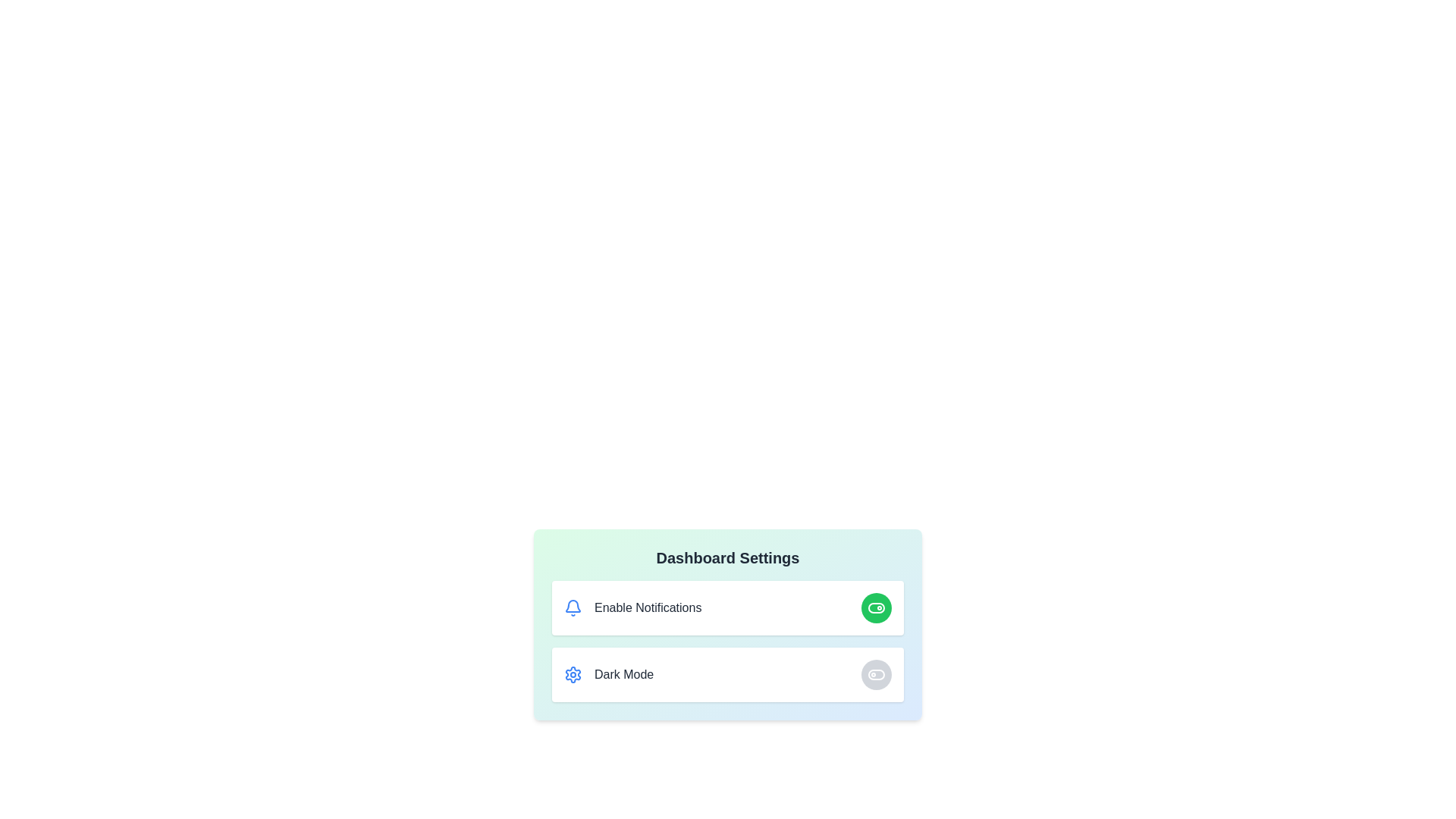  I want to click on the 'Dark Mode' text label in the 'Dashboard Settings' menu, which is positioned to the right of a gear-like icon, so click(624, 674).